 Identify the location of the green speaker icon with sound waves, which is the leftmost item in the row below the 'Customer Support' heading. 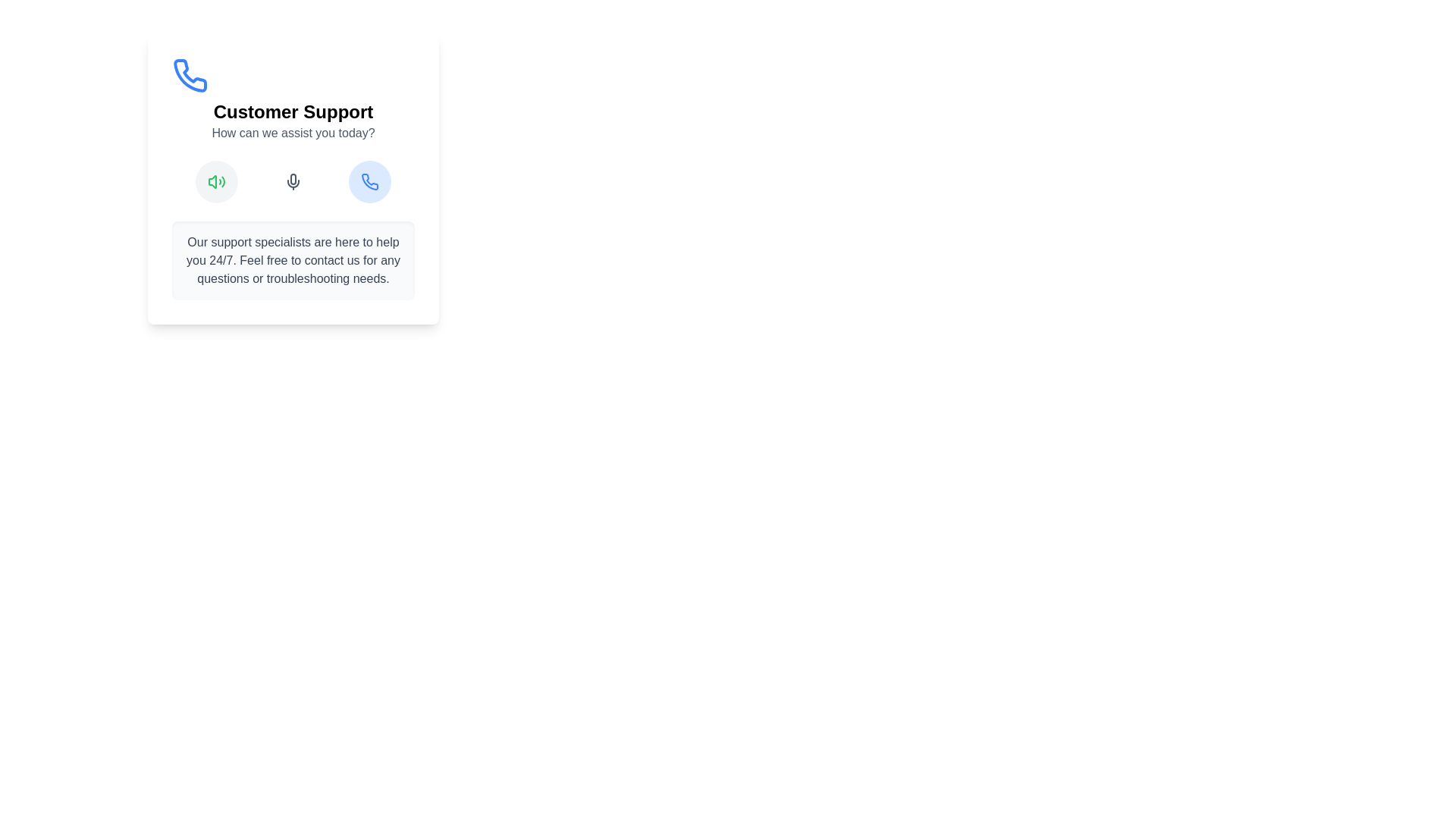
(215, 180).